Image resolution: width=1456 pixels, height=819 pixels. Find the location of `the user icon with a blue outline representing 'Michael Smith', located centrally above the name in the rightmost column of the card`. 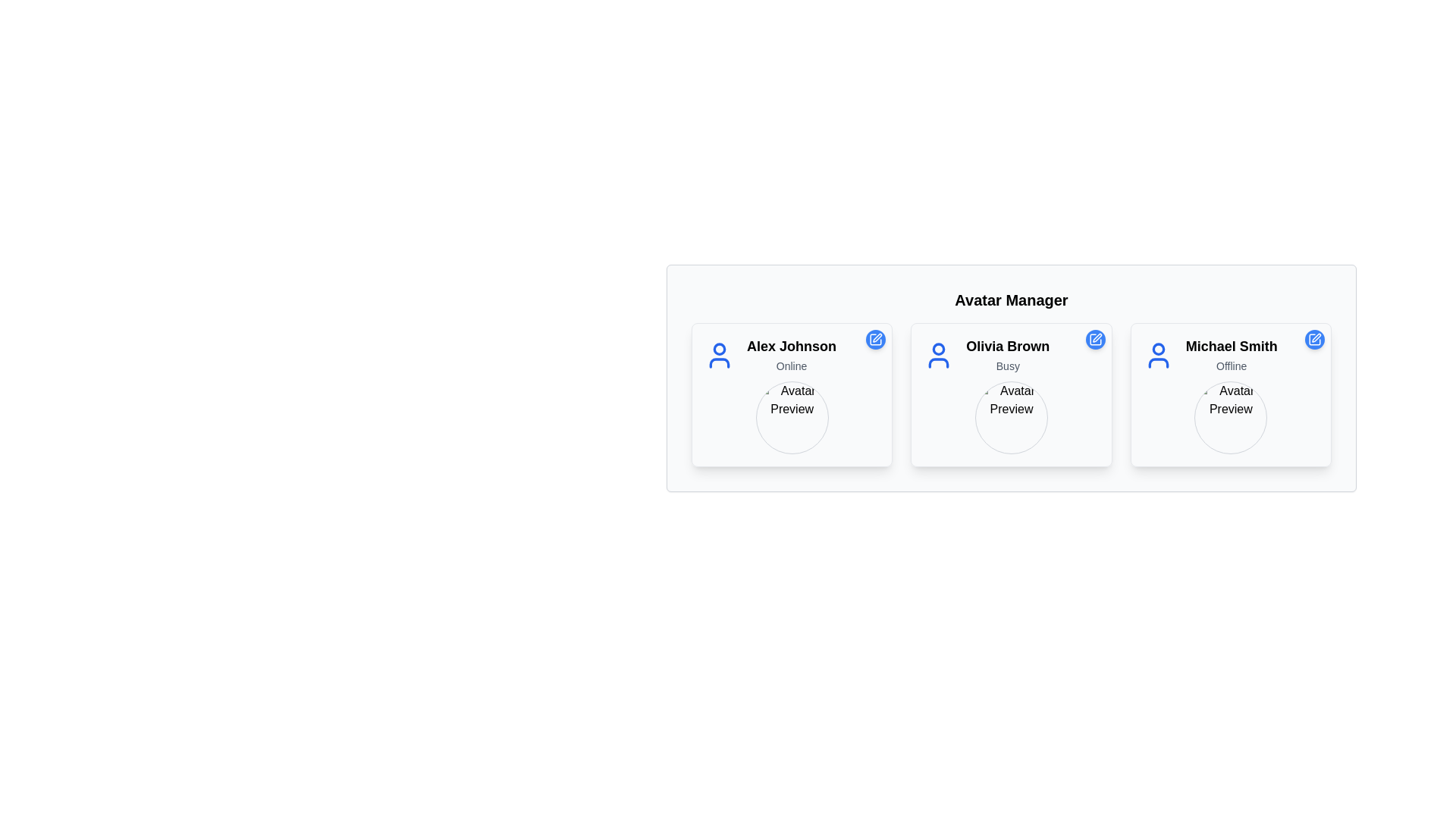

the user icon with a blue outline representing 'Michael Smith', located centrally above the name in the rightmost column of the card is located at coordinates (1157, 356).